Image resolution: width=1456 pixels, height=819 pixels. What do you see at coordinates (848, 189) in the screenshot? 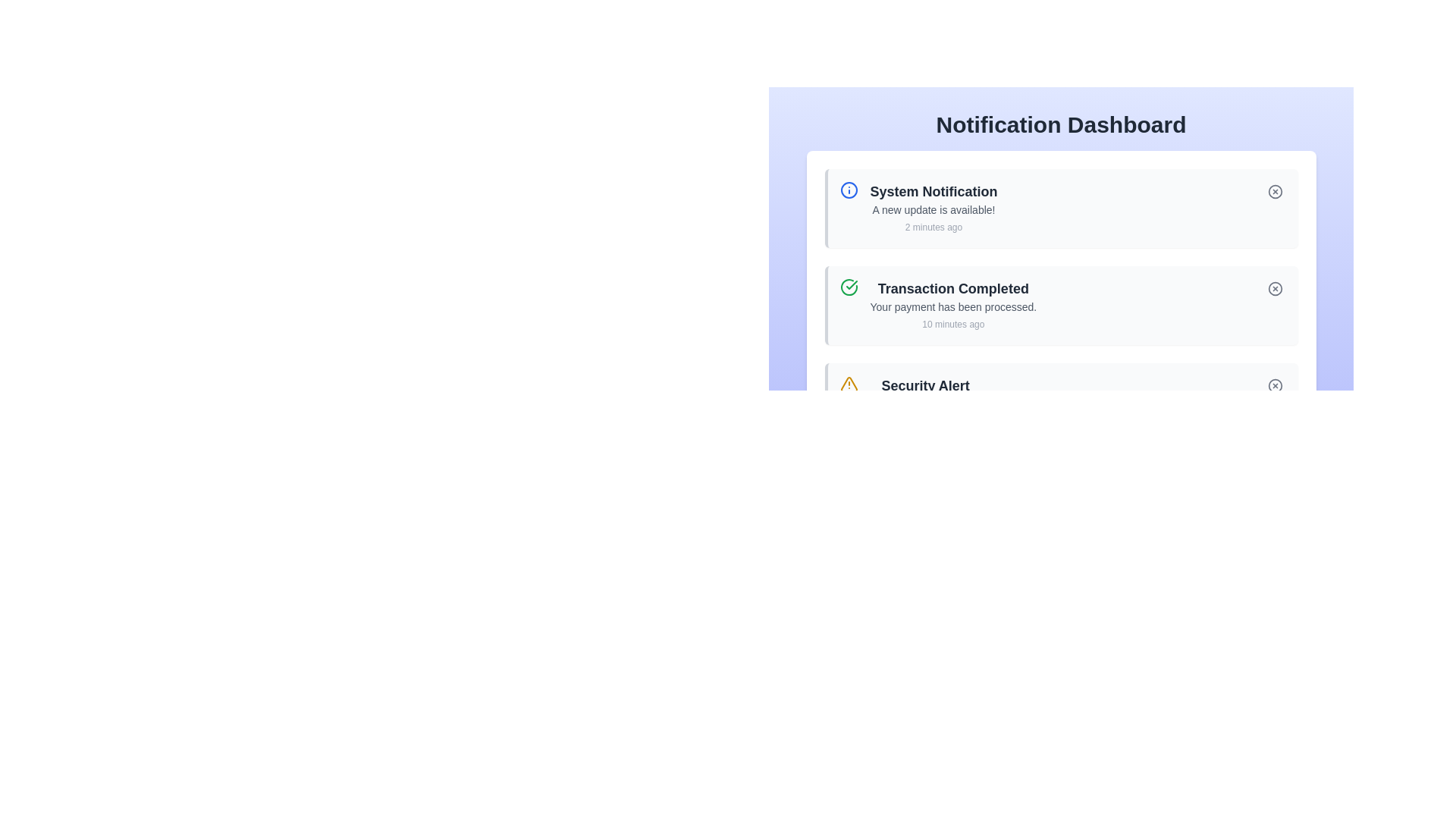
I see `the circular blue information icon with an 'i' symbol located in the top-left corner of the 'System Notification' card` at bounding box center [848, 189].